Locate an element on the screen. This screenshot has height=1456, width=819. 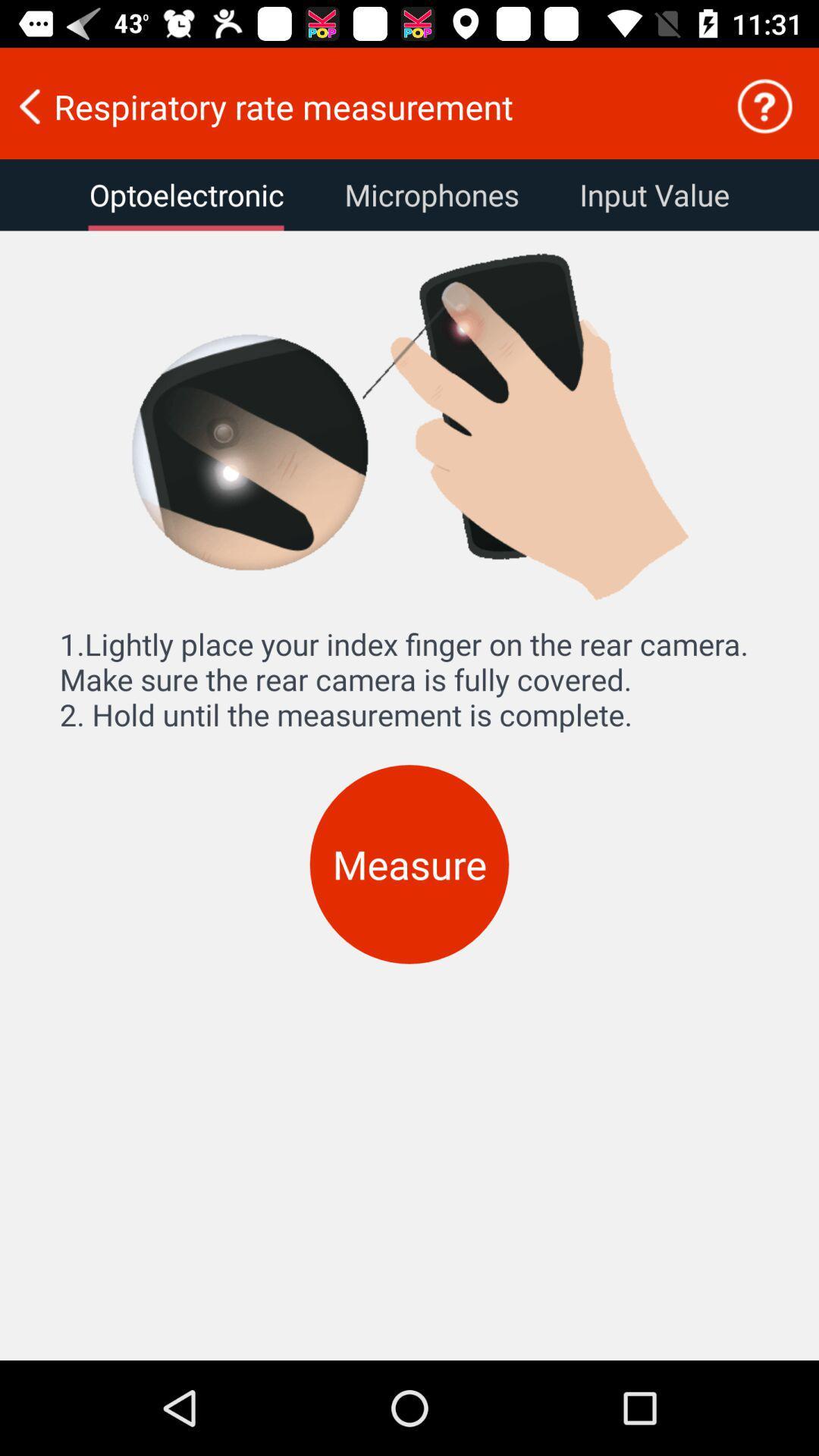
the icon to the right of the optoelectronic is located at coordinates (431, 194).